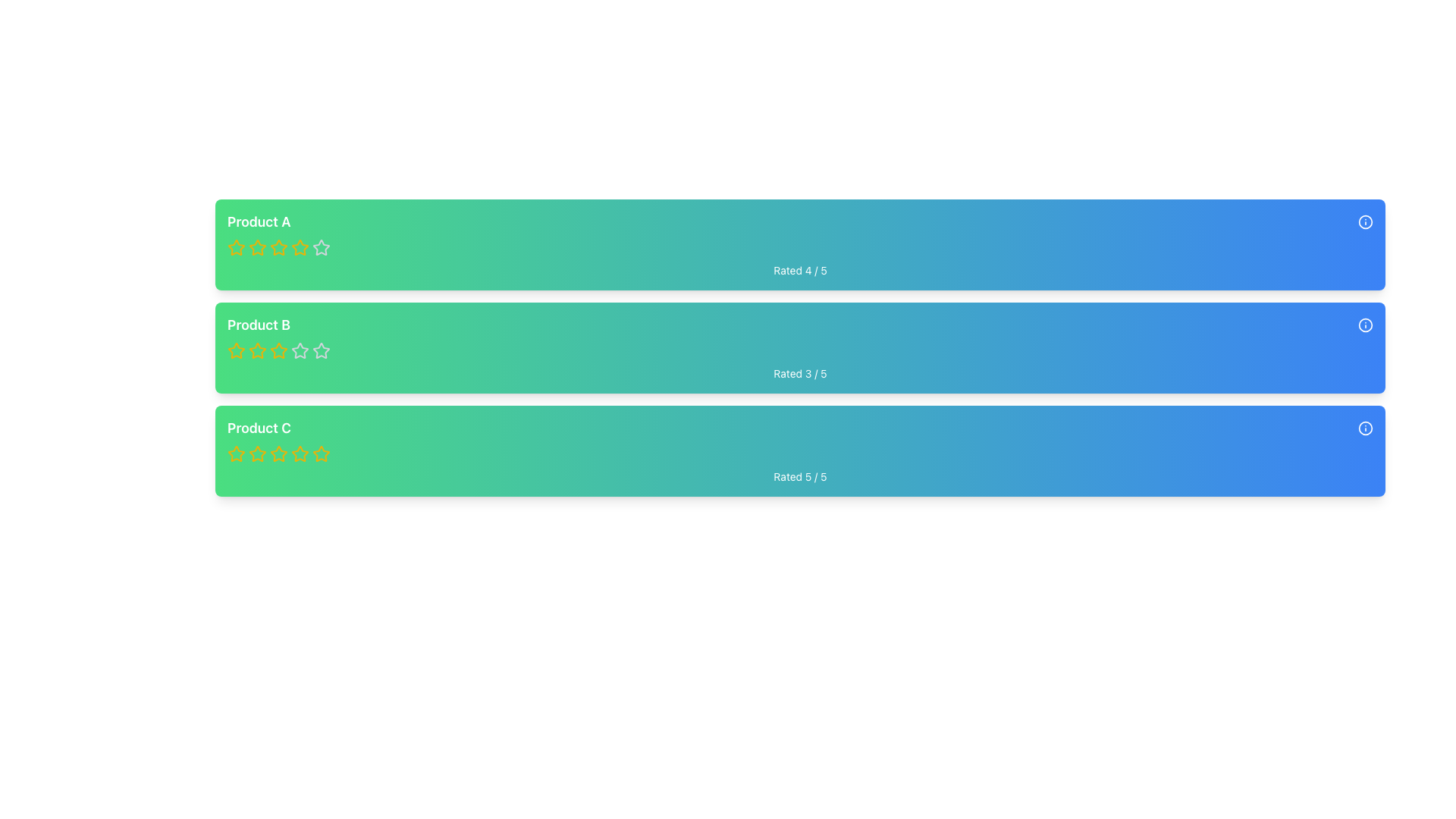 The width and height of the screenshot is (1456, 819). What do you see at coordinates (300, 350) in the screenshot?
I see `the sixth star icon for ratings associated with 'Product B' located towards the bottom of the list in the second row of products` at bounding box center [300, 350].